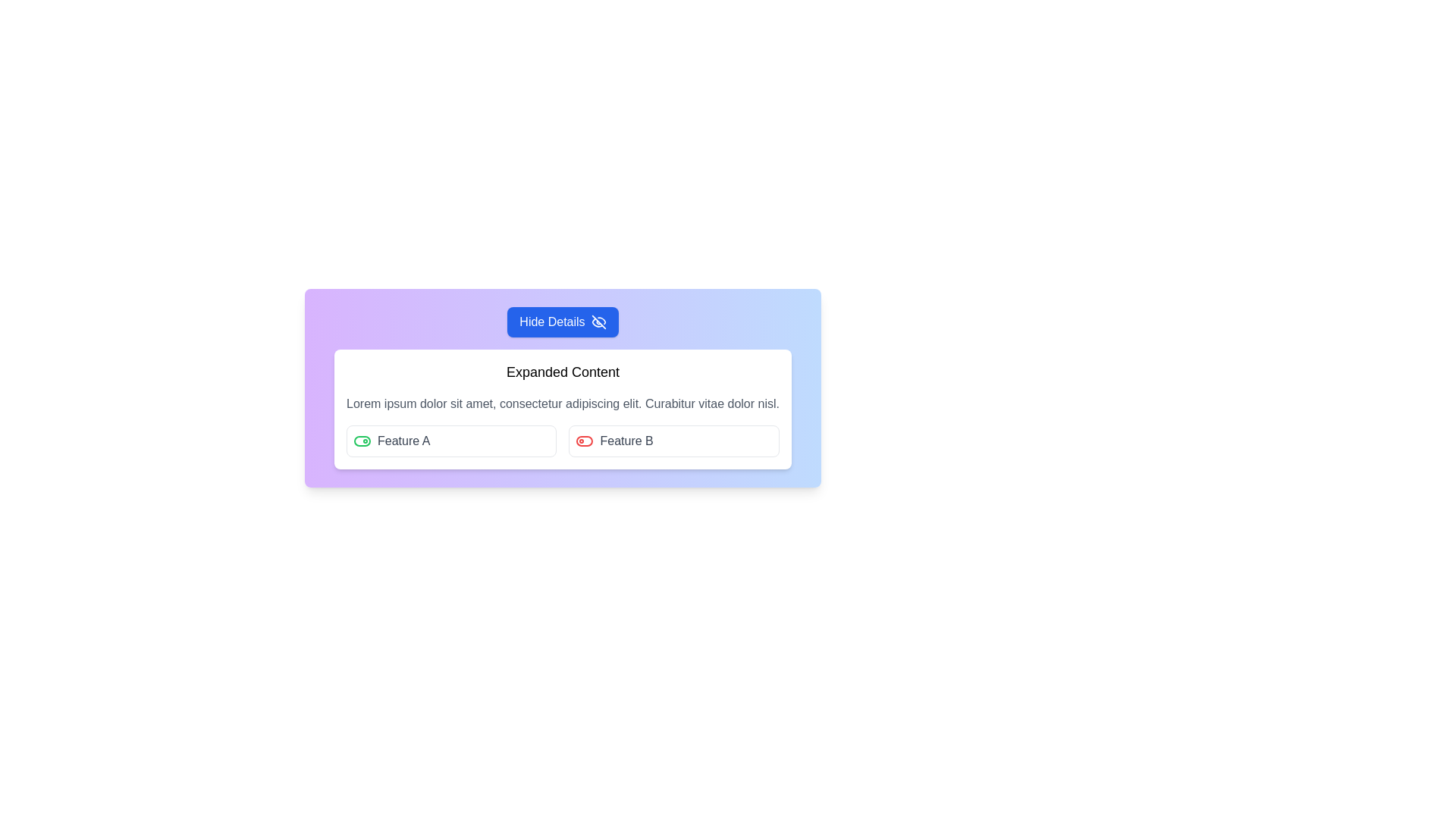 The width and height of the screenshot is (1456, 819). I want to click on the right-oriented green toggle switch within the 'Feature A' box, so click(362, 441).